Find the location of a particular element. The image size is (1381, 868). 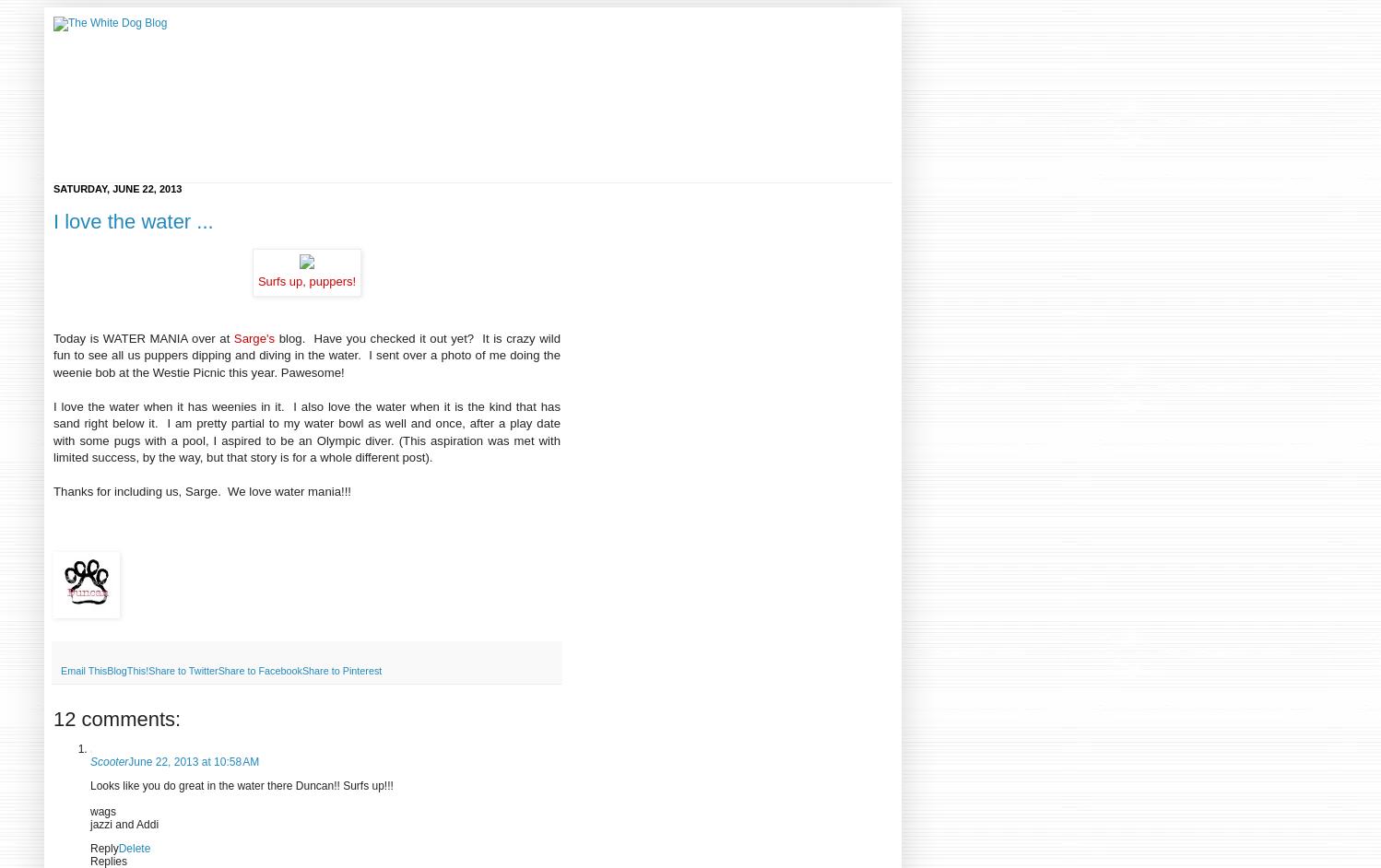

'Share to Facebook' is located at coordinates (217, 669).